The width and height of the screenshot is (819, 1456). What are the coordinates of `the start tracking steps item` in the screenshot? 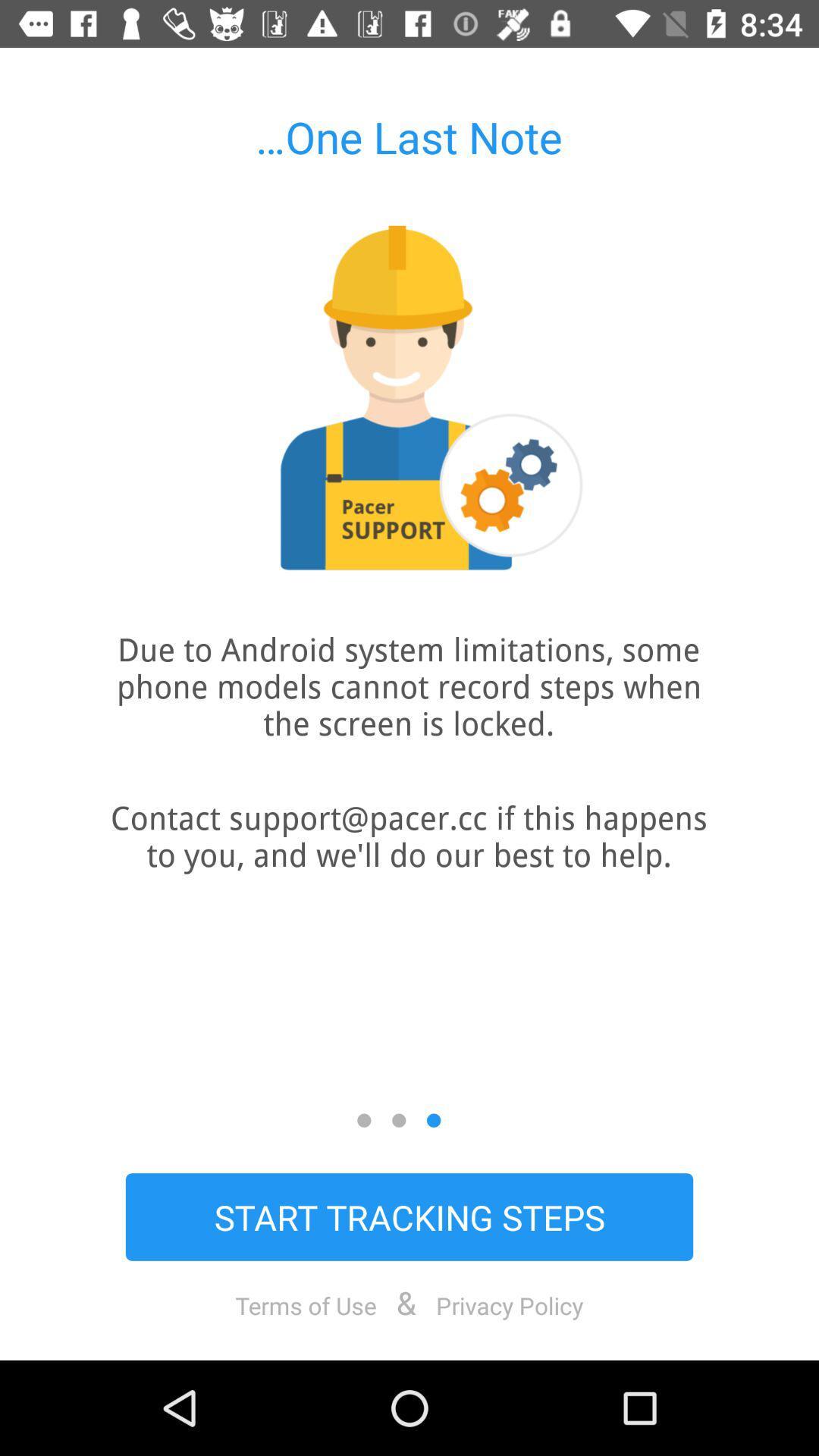 It's located at (409, 1216).